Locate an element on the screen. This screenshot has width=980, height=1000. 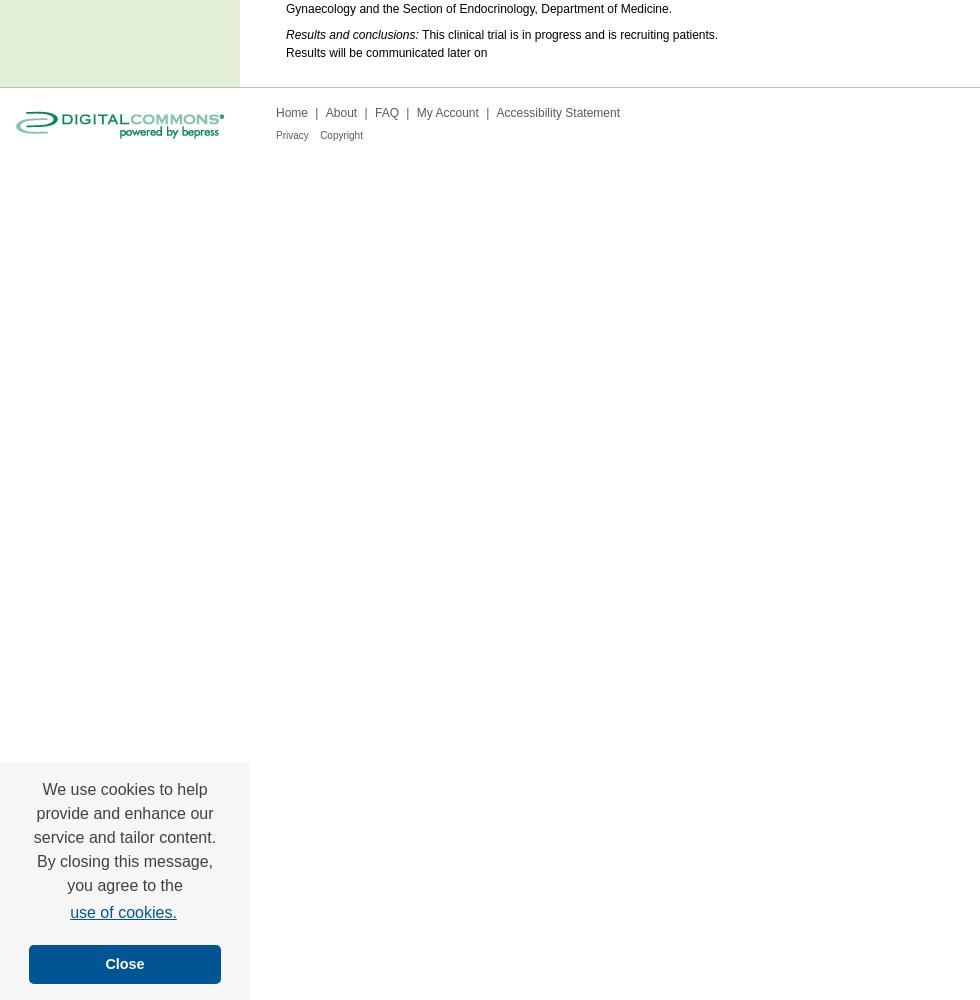
'Accessibility Statement' is located at coordinates (558, 112).